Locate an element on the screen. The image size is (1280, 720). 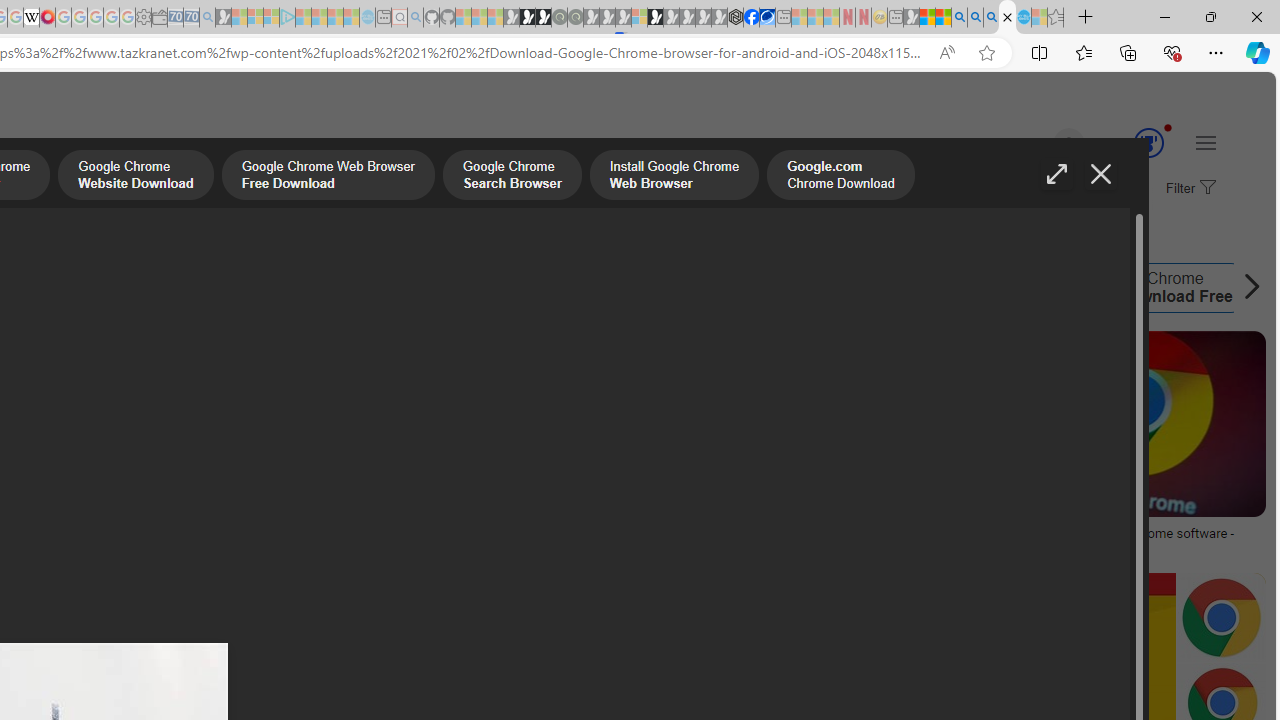
'Google Chrome Search Browser' is located at coordinates (512, 176).